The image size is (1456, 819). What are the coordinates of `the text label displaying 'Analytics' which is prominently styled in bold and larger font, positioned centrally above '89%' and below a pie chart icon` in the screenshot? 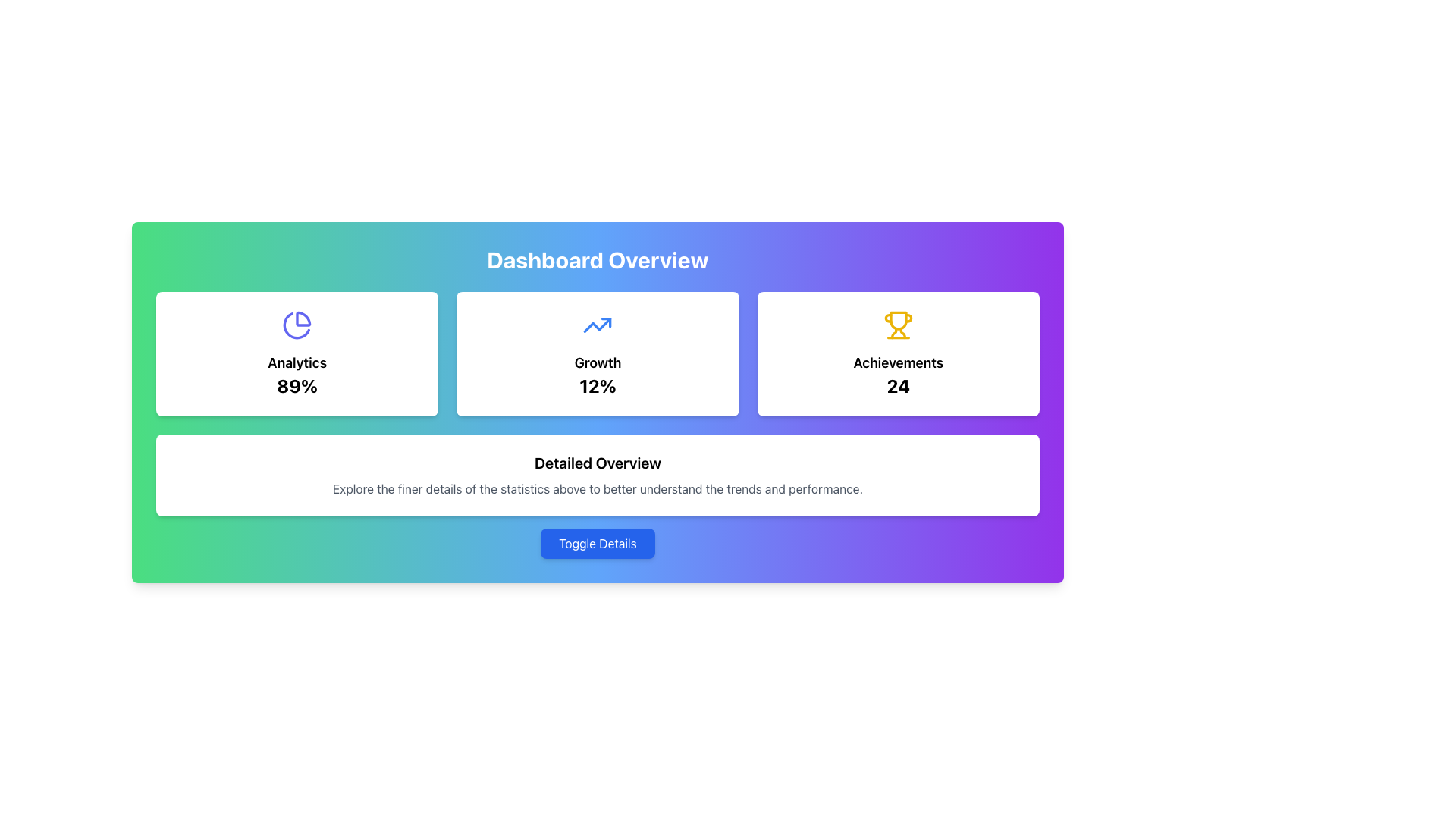 It's located at (297, 362).